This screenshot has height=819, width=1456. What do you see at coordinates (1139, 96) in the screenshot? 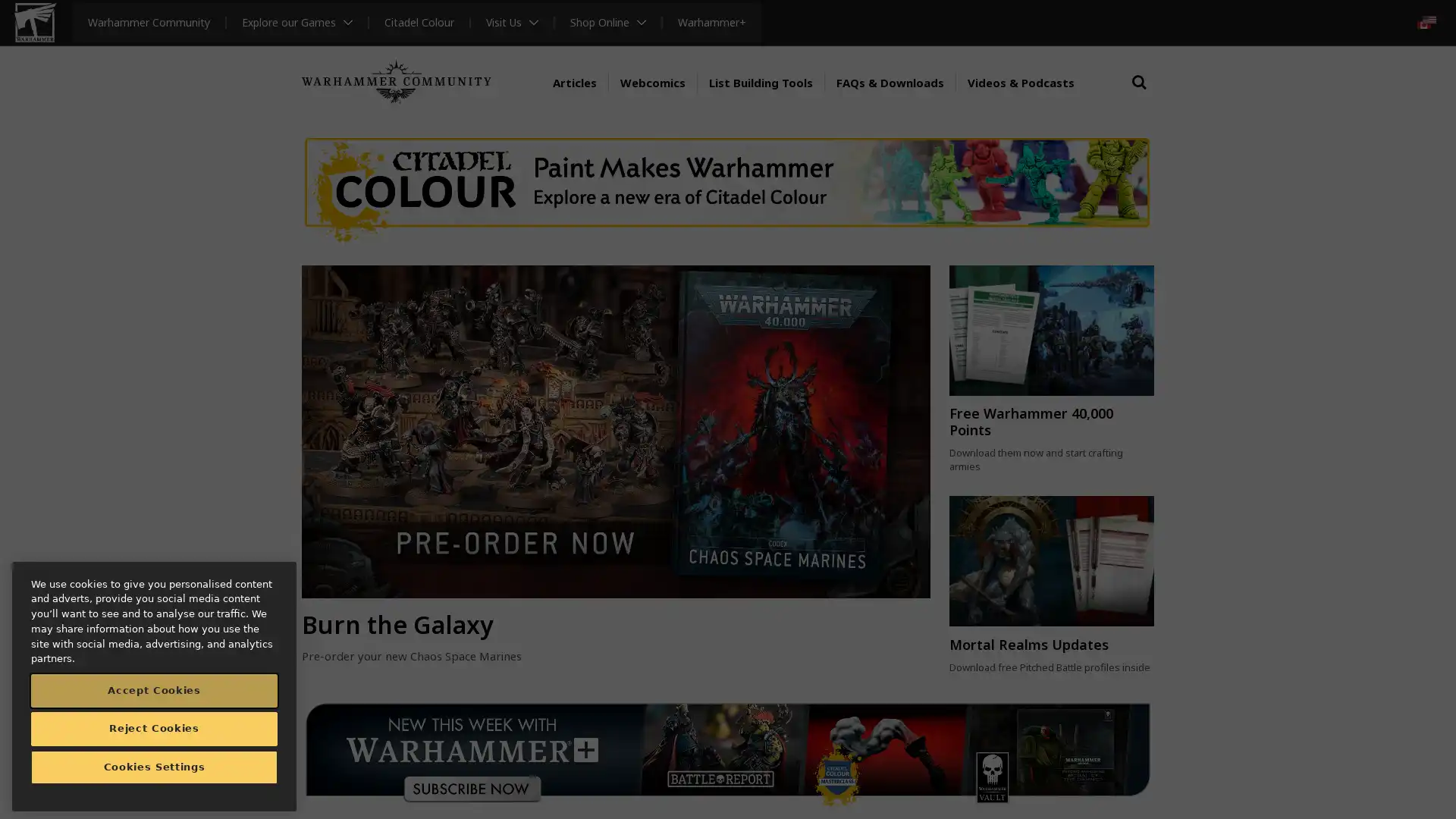
I see `Search` at bounding box center [1139, 96].